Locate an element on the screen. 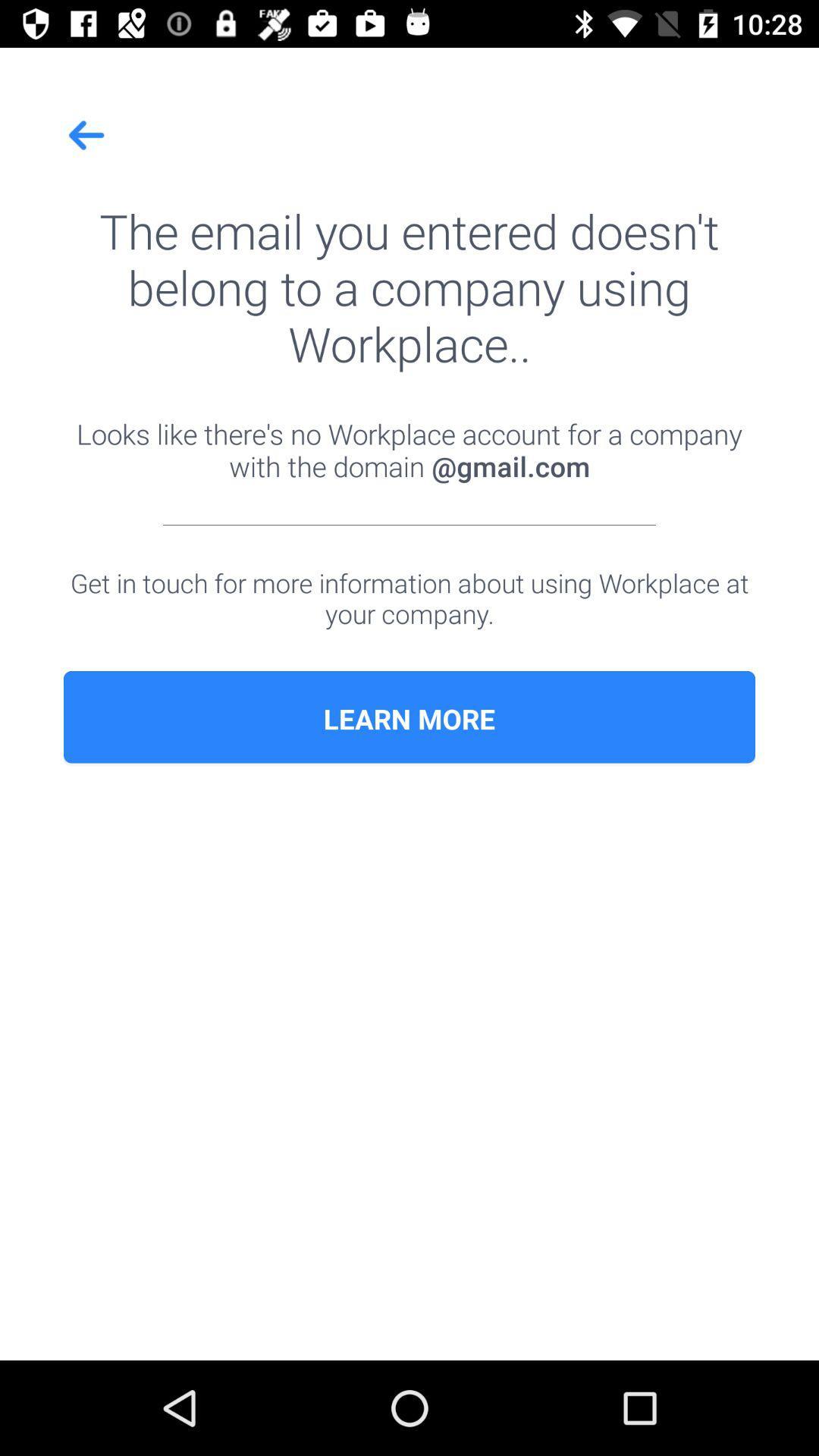 The image size is (819, 1456). item below the get in touch is located at coordinates (409, 718).